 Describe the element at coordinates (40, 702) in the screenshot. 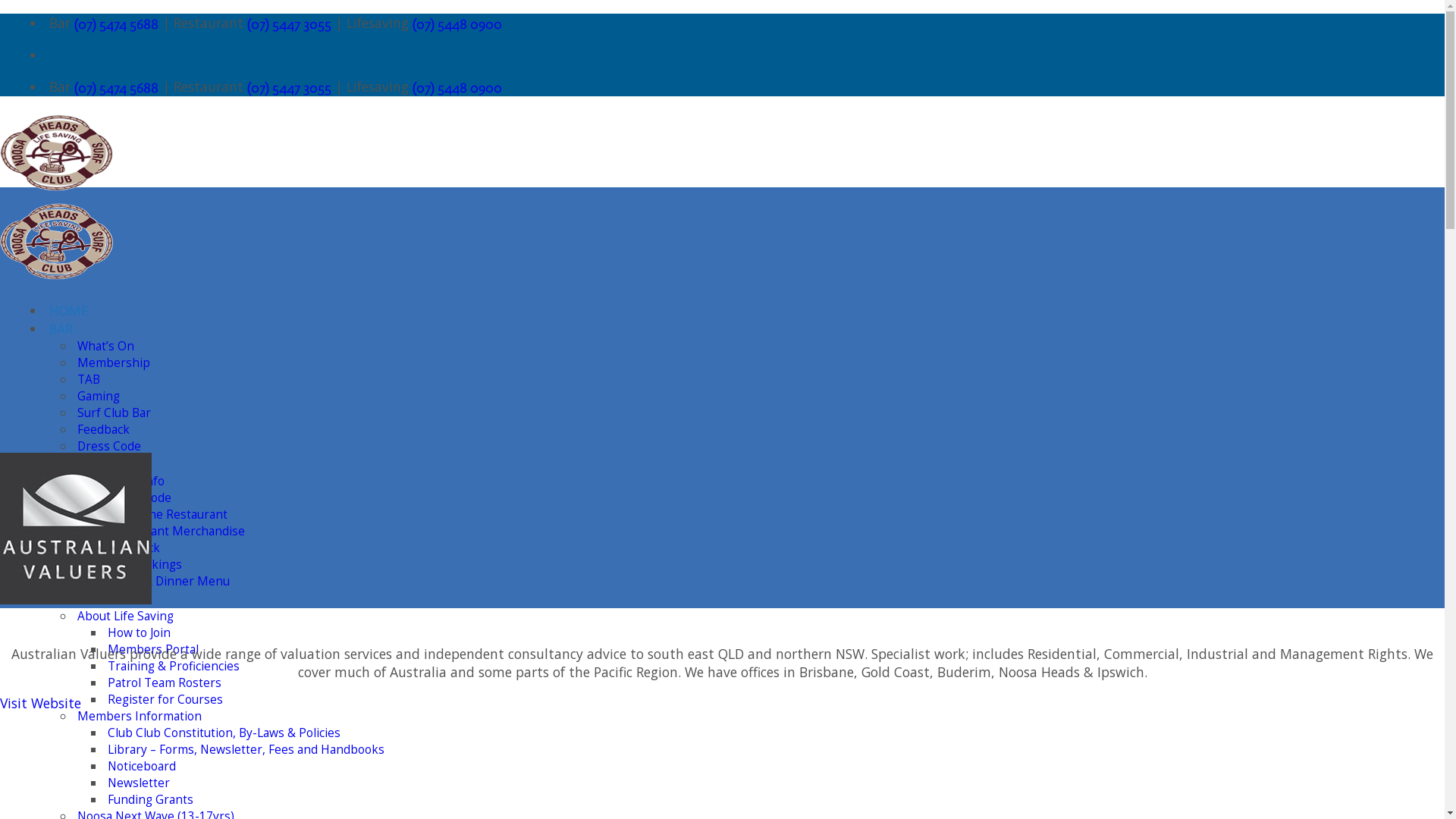

I see `'Visit Website'` at that location.